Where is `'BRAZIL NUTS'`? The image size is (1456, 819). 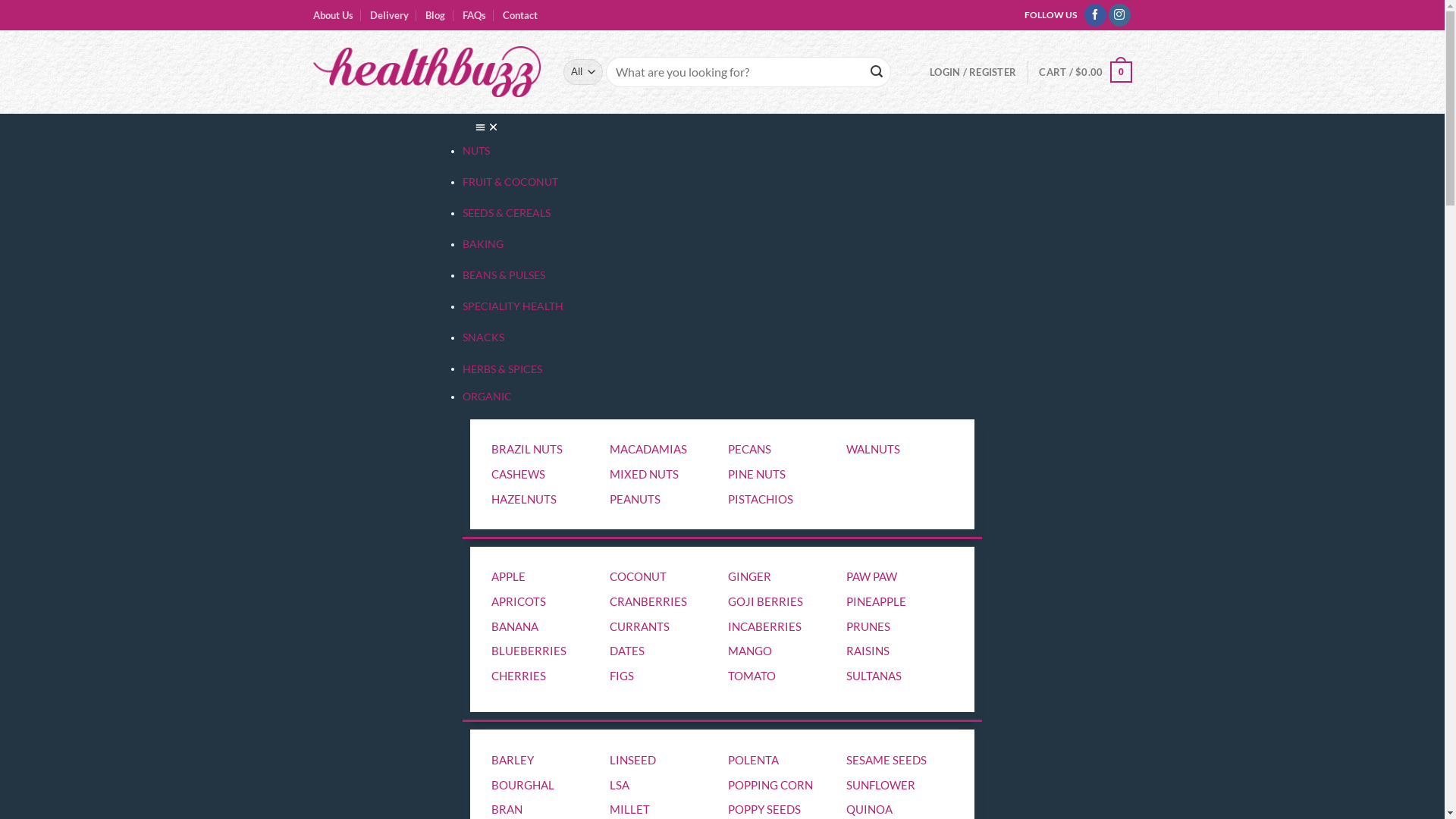 'BRAZIL NUTS' is located at coordinates (527, 447).